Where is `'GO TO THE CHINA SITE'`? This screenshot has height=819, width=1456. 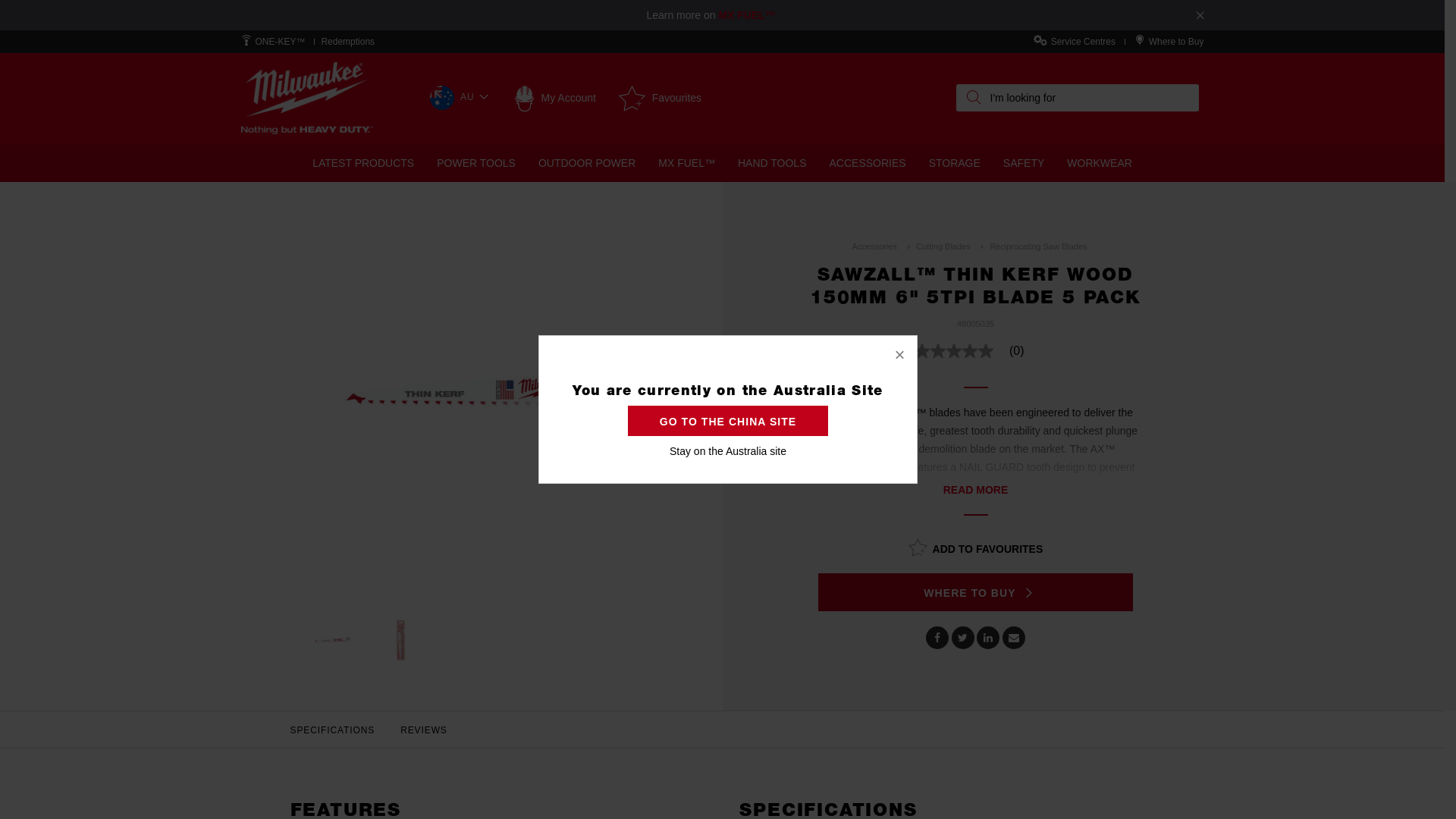 'GO TO THE CHINA SITE' is located at coordinates (628, 421).